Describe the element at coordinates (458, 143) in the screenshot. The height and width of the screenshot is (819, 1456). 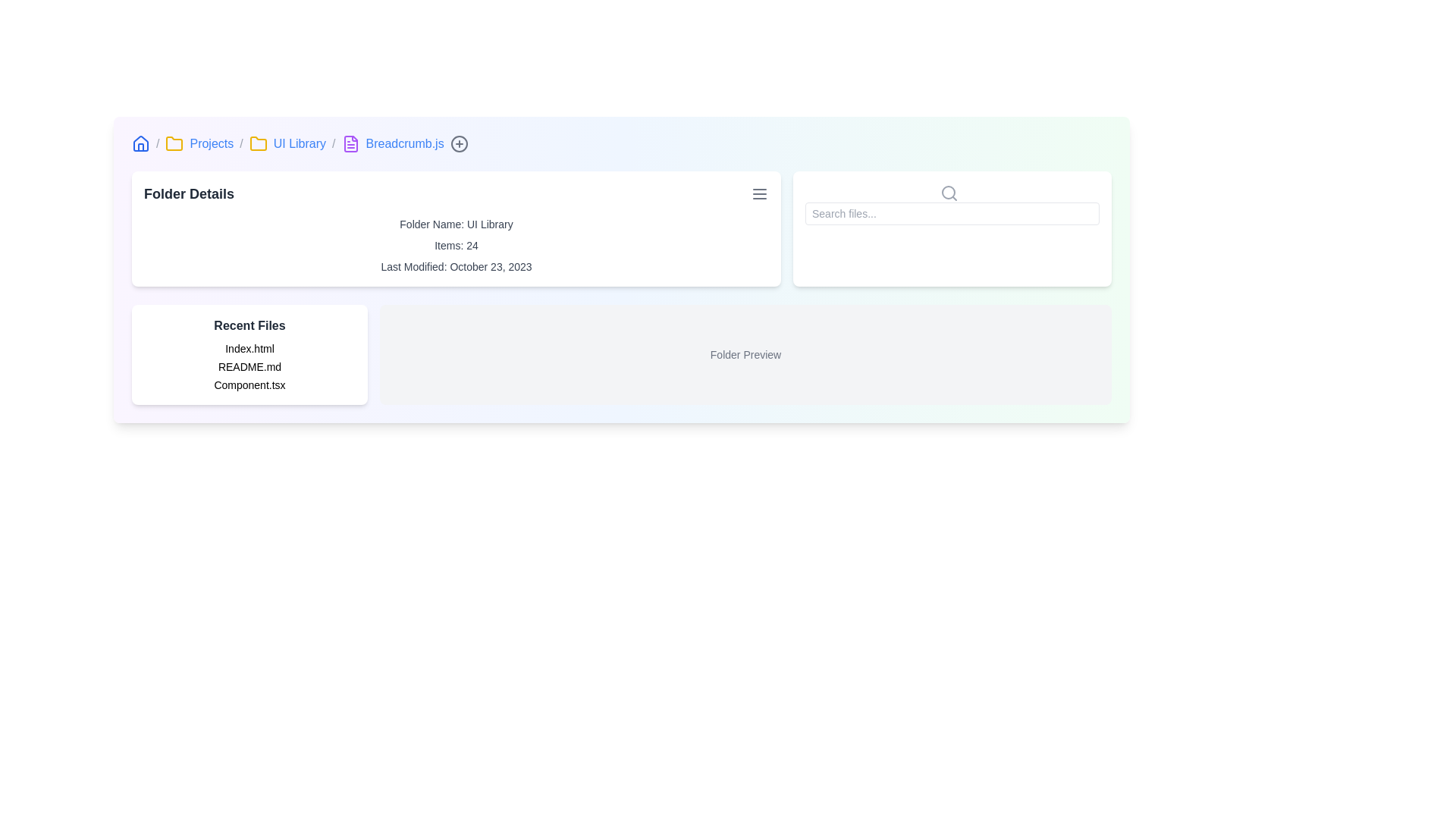
I see `the circular gray button with a plus sign inside, located at the rightmost end of the breadcrumb navigation bar` at that location.